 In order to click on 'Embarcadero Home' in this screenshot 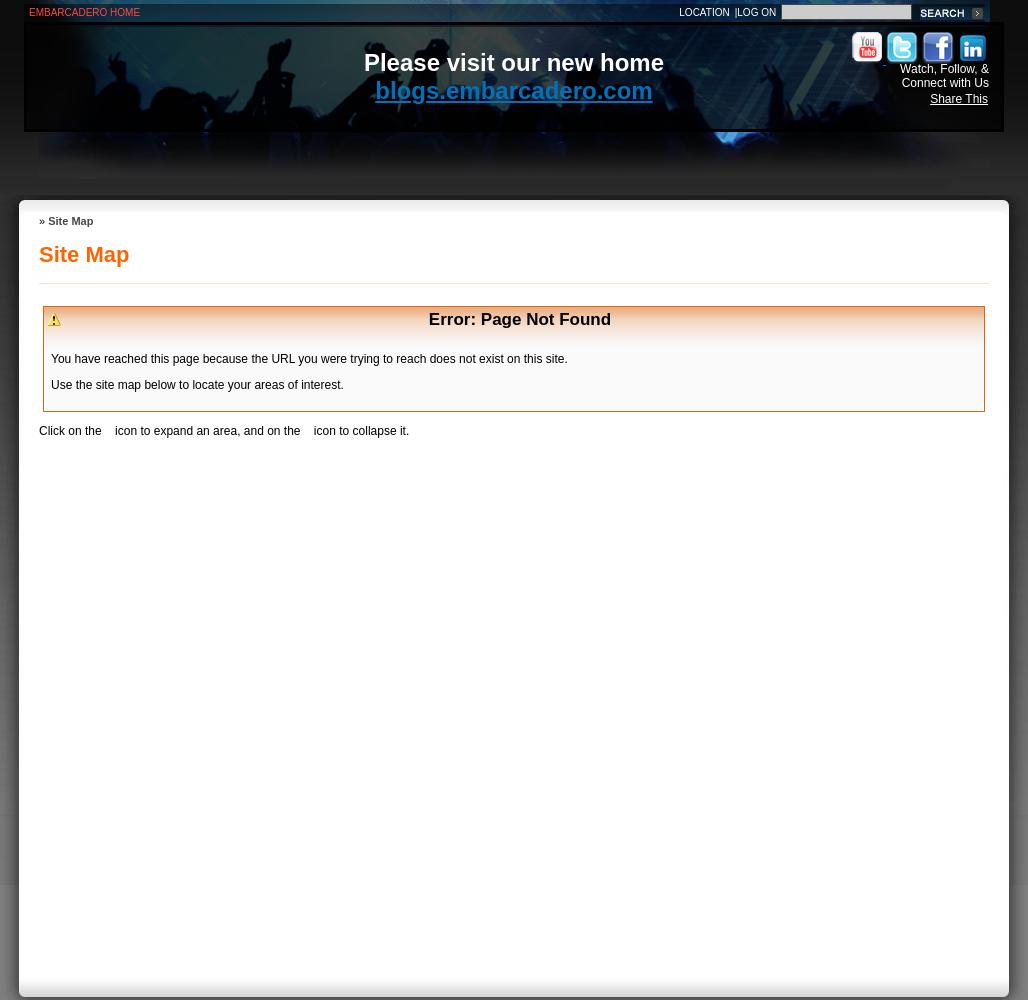, I will do `click(83, 12)`.